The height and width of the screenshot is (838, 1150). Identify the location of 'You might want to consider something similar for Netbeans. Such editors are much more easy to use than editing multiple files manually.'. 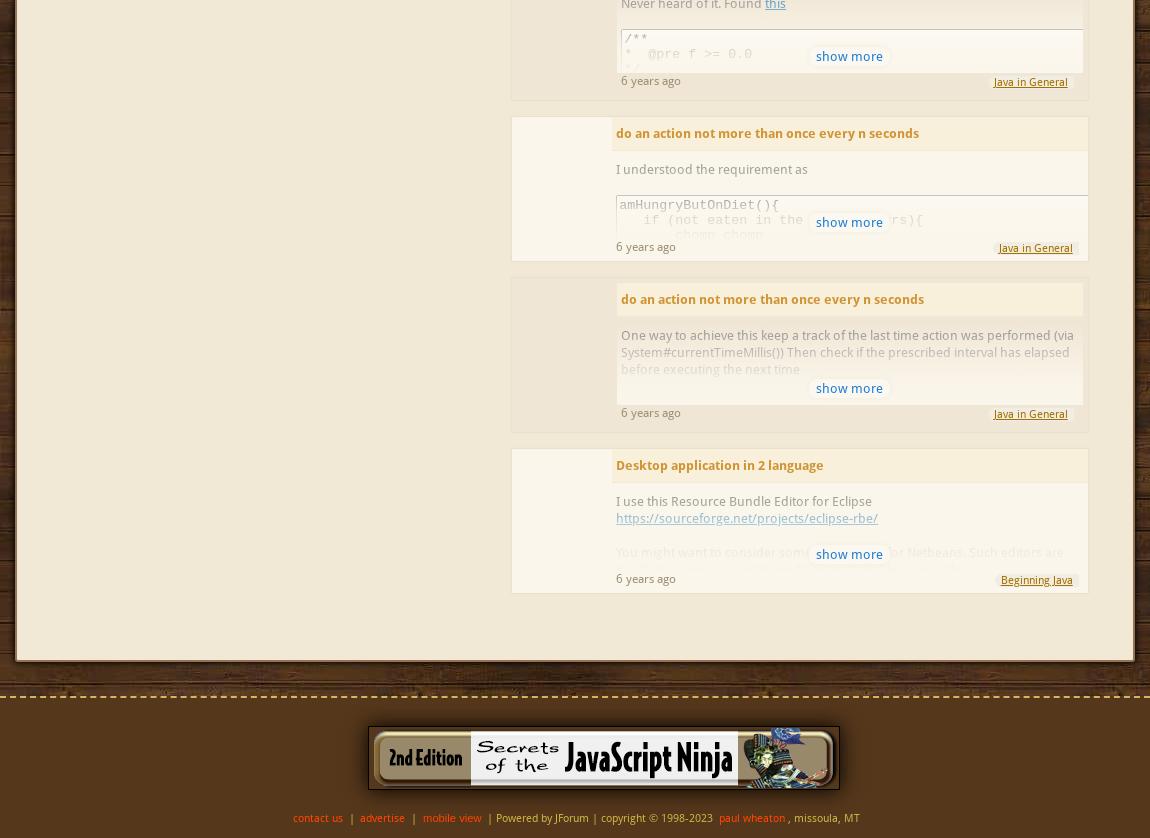
(615, 561).